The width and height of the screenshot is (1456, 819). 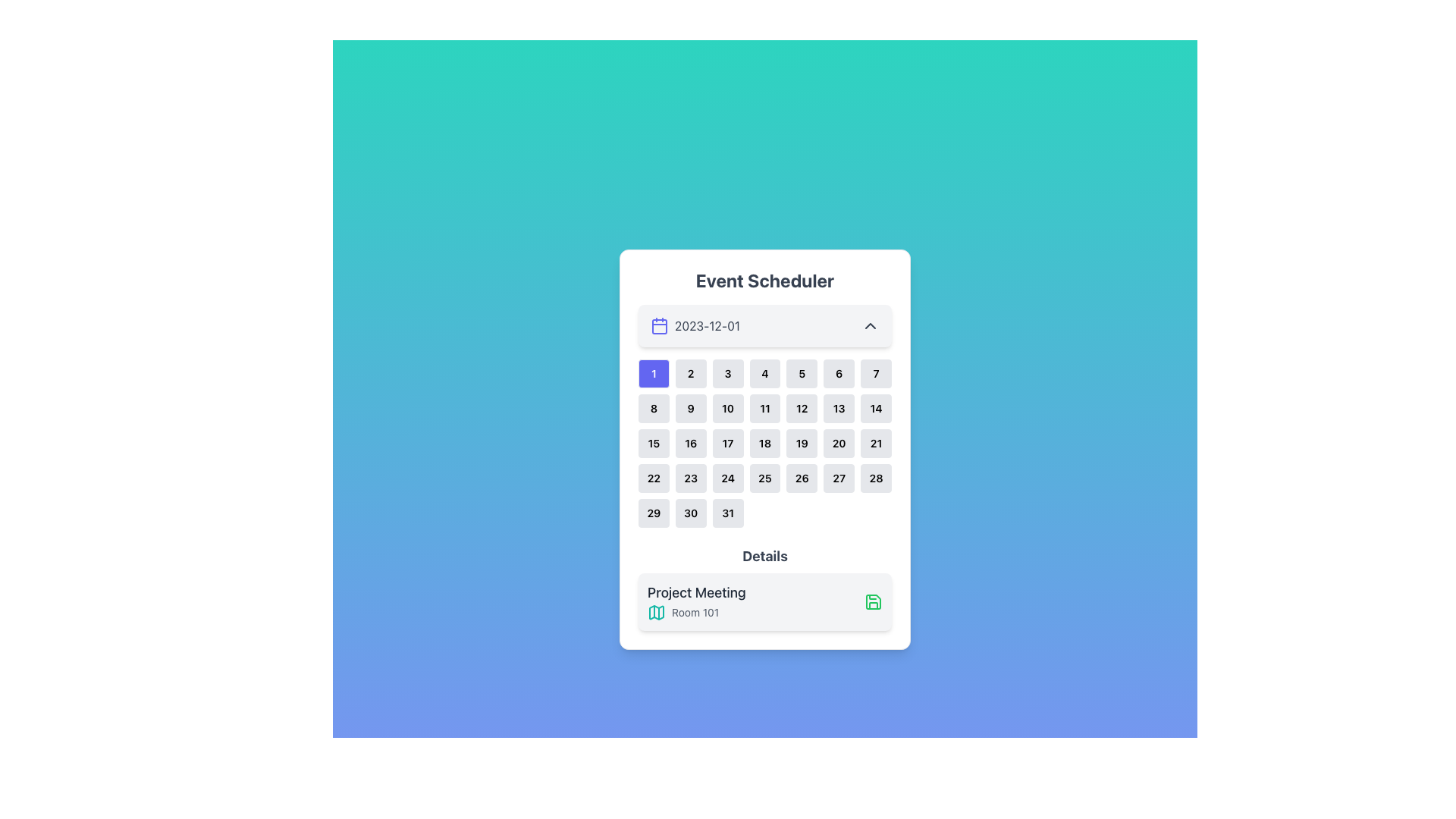 I want to click on the button representing the day '7' in the calendar, so click(x=876, y=374).